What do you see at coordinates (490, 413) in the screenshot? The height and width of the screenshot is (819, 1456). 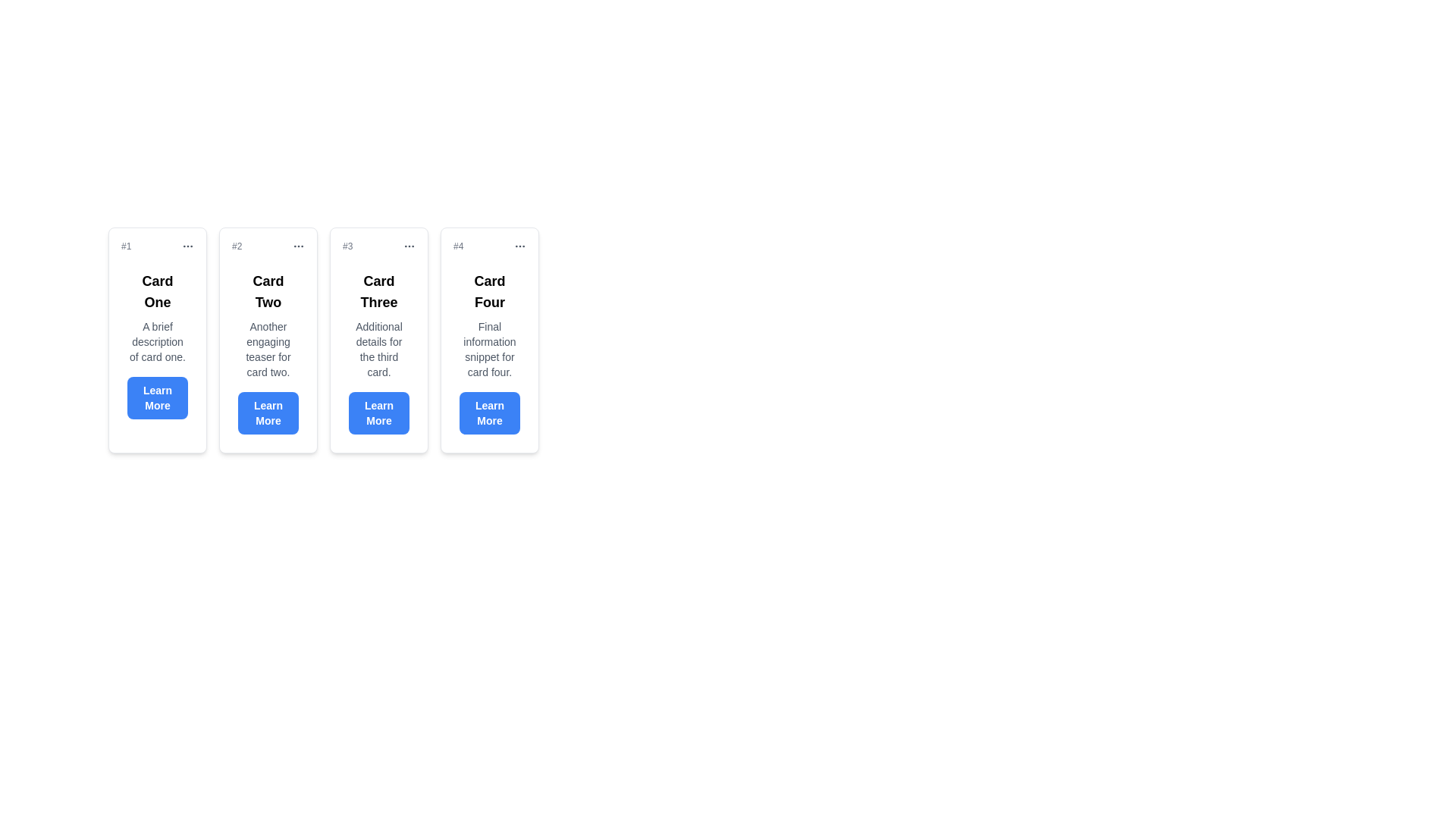 I see `the button located at the bottom of the 'Card Four'` at bounding box center [490, 413].